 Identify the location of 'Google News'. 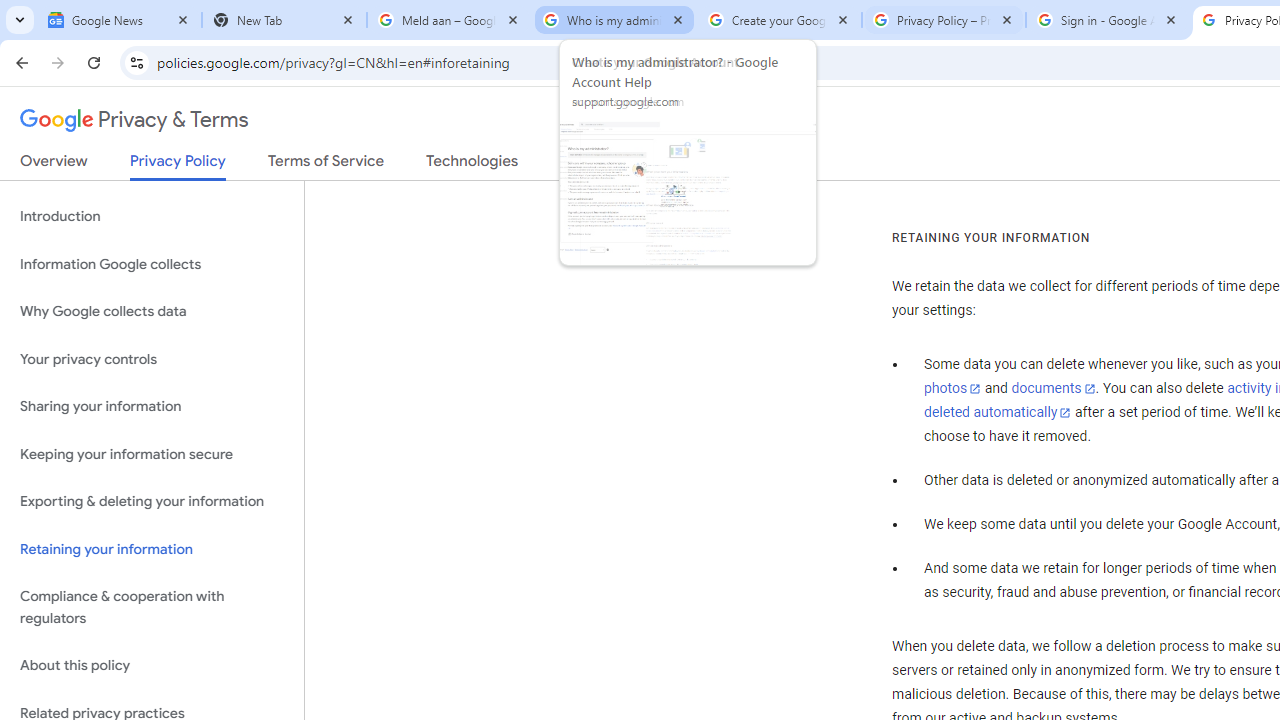
(118, 20).